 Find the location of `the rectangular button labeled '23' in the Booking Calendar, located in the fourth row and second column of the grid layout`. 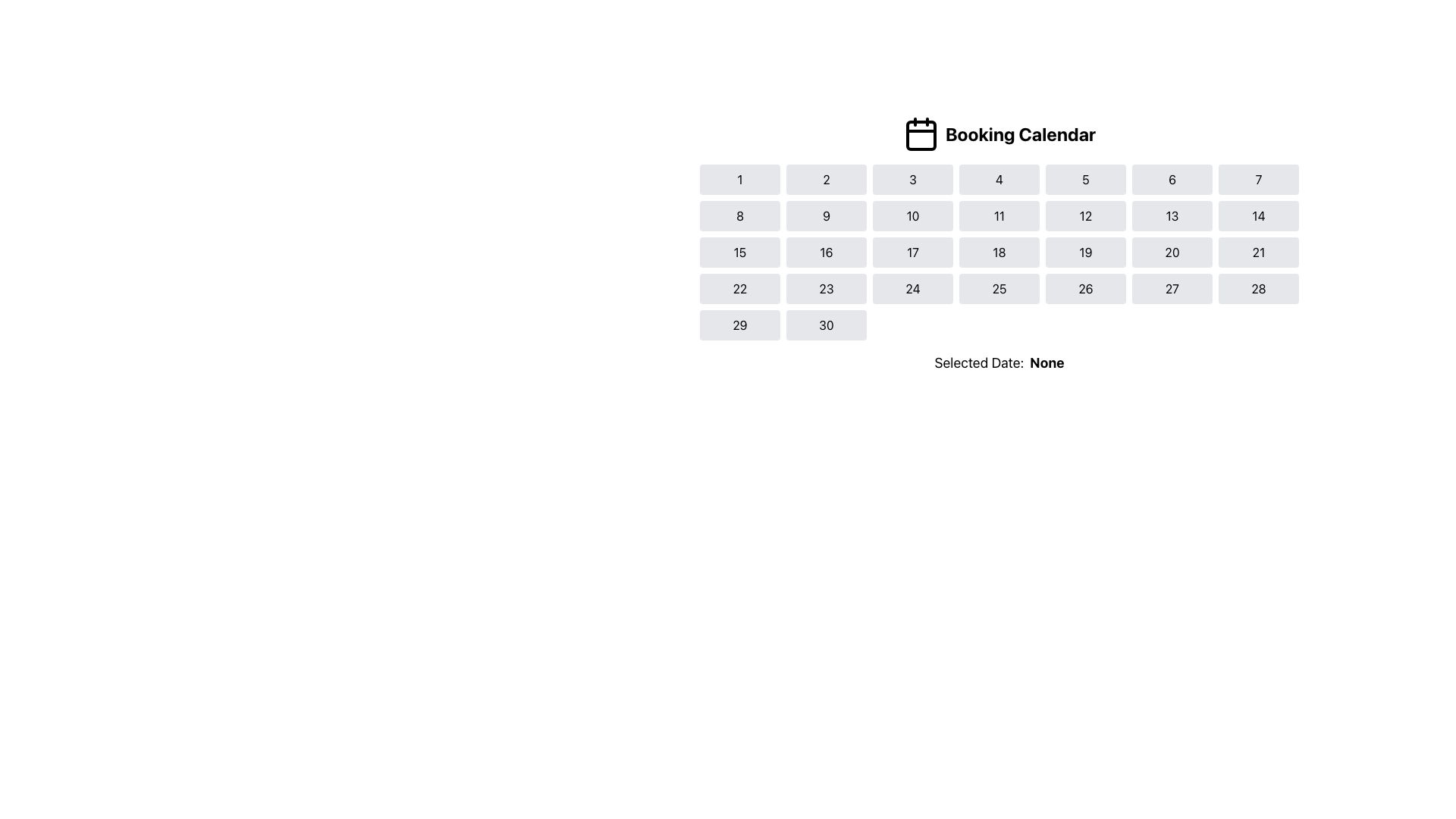

the rectangular button labeled '23' in the Booking Calendar, located in the fourth row and second column of the grid layout is located at coordinates (825, 289).